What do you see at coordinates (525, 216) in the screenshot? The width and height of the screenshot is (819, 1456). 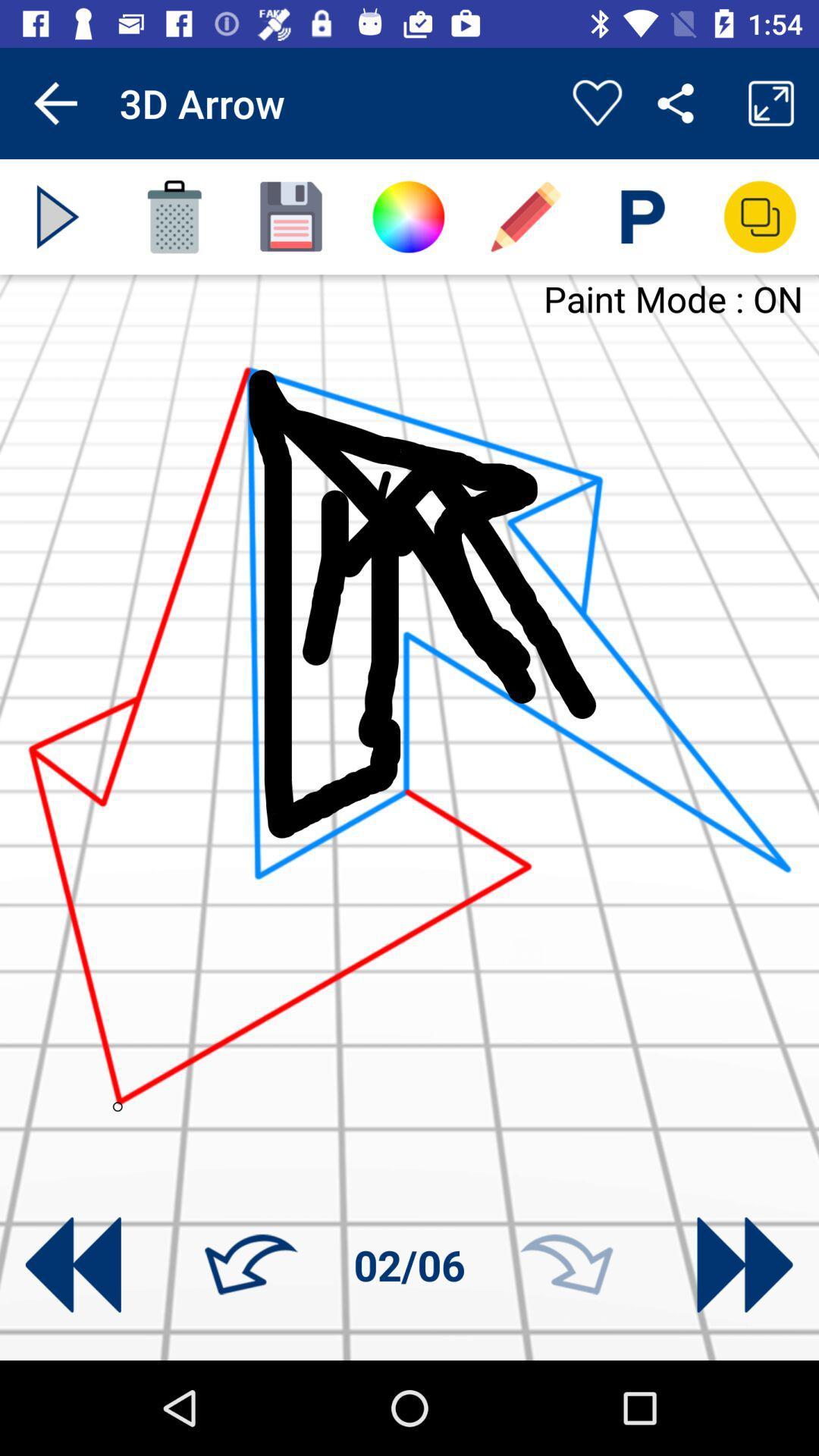 I see `the edit icon` at bounding box center [525, 216].